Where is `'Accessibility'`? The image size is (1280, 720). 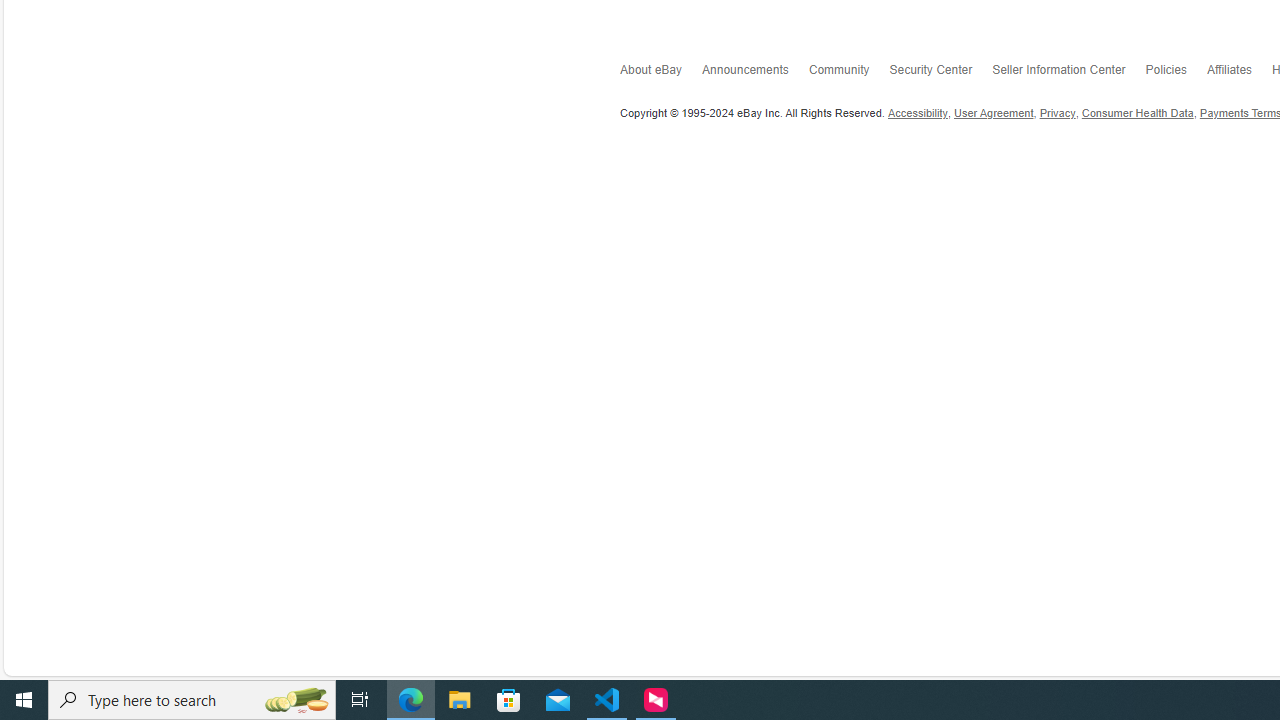
'Accessibility' is located at coordinates (916, 113).